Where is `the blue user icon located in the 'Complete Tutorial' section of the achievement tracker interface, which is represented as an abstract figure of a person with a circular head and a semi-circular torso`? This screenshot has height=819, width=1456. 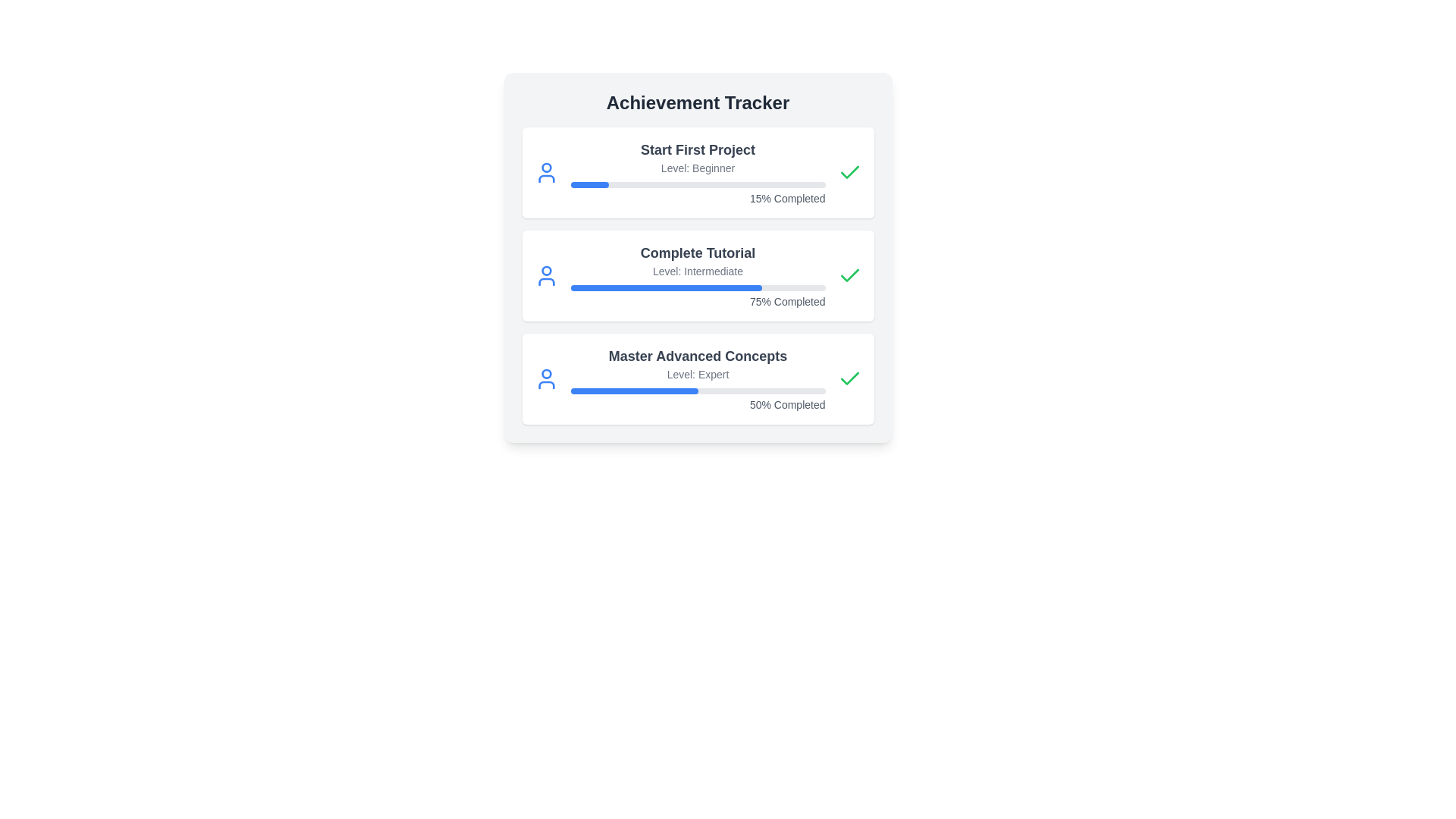
the blue user icon located in the 'Complete Tutorial' section of the achievement tracker interface, which is represented as an abstract figure of a person with a circular head and a semi-circular torso is located at coordinates (546, 275).